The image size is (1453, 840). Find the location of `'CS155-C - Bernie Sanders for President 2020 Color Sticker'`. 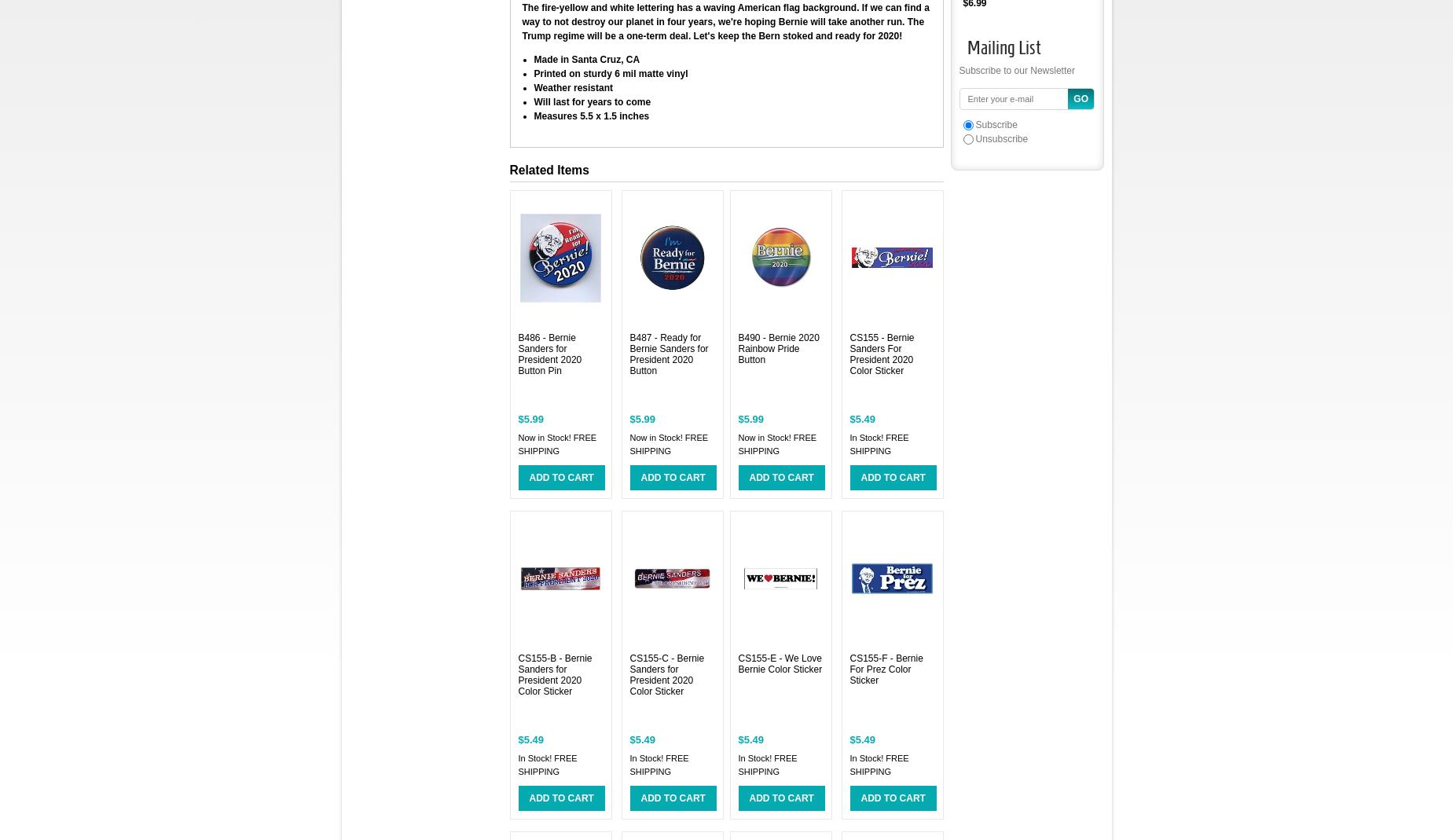

'CS155-C - Bernie Sanders for President 2020 Color Sticker' is located at coordinates (666, 674).